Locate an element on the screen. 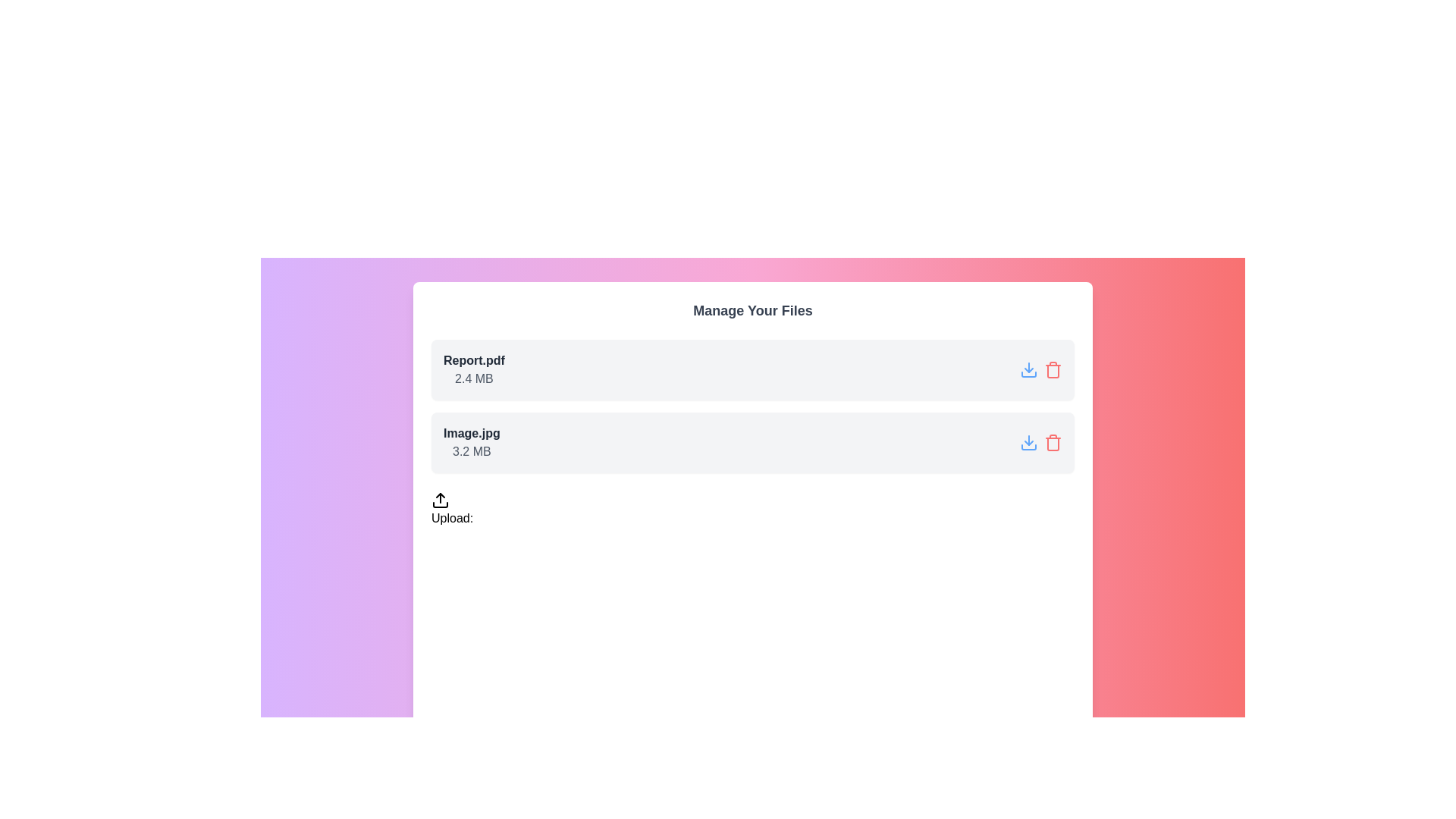  the text display element that shows the file name and size information for 'Image.jpg' is located at coordinates (471, 442).